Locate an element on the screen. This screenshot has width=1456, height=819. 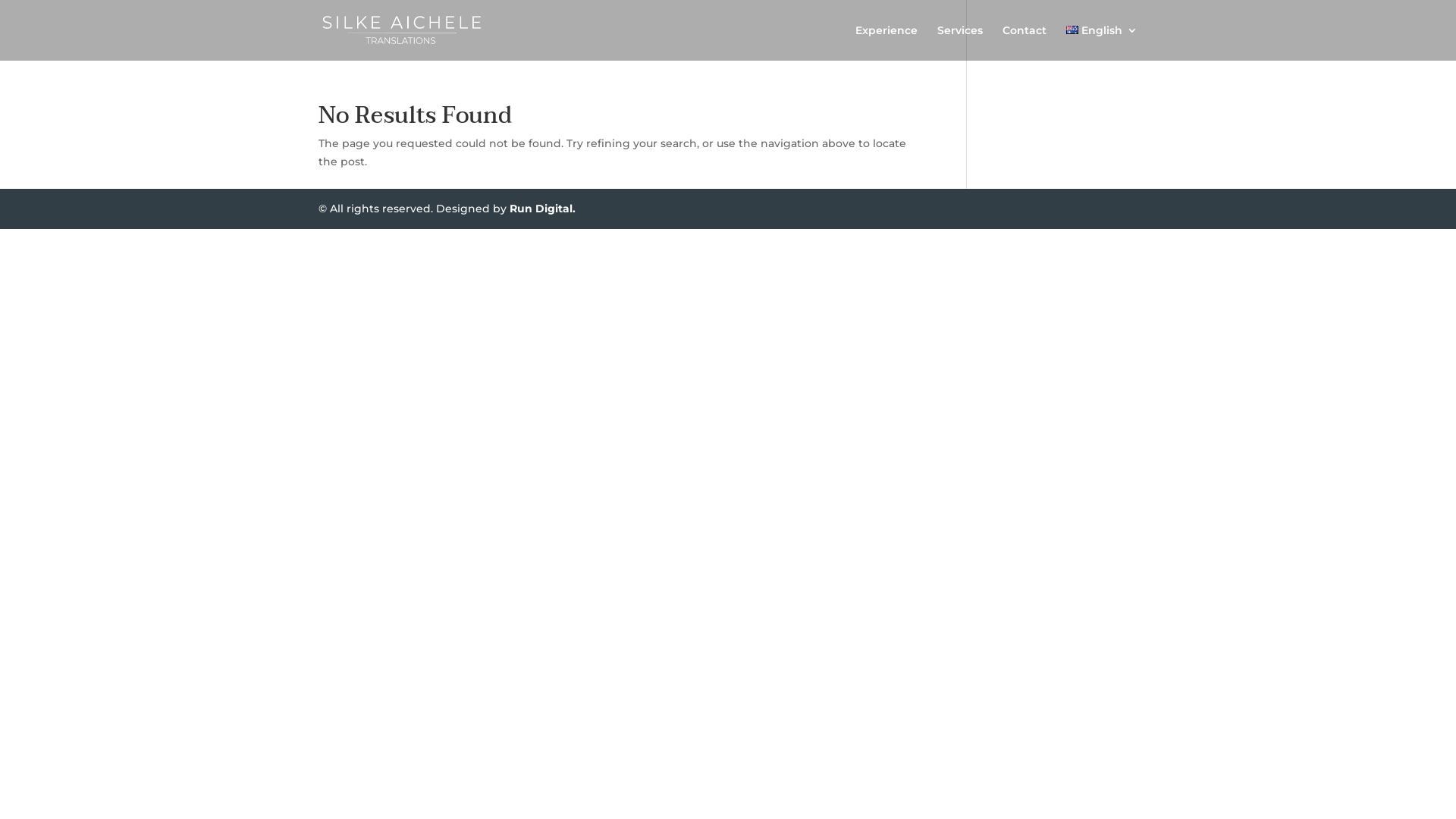
'Contact' is located at coordinates (1024, 42).